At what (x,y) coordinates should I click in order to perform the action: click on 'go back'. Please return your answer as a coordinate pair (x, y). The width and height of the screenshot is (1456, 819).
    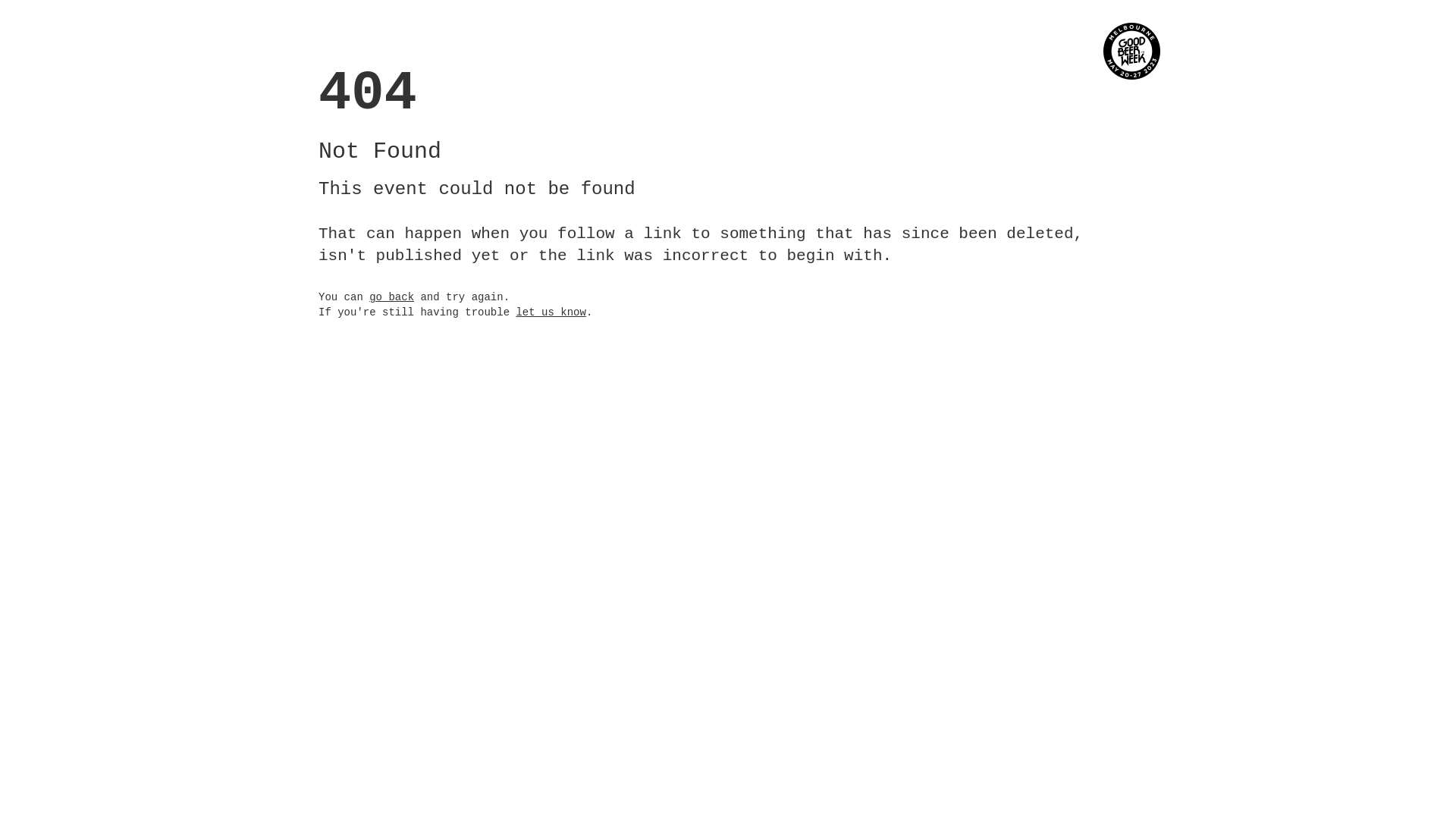
    Looking at the image, I should click on (369, 297).